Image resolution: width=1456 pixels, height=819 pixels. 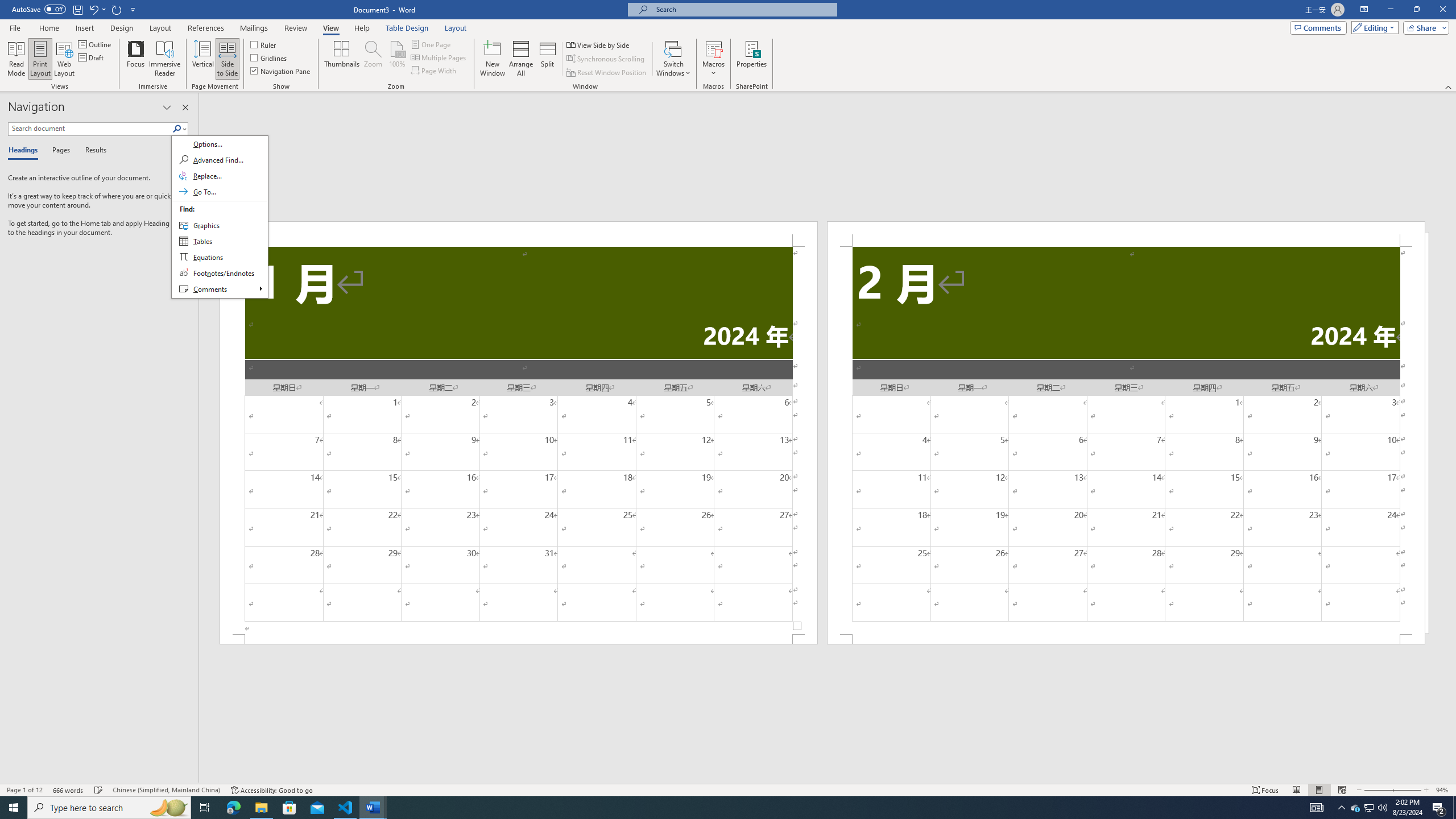 What do you see at coordinates (598, 44) in the screenshot?
I see `'View Side by Side'` at bounding box center [598, 44].